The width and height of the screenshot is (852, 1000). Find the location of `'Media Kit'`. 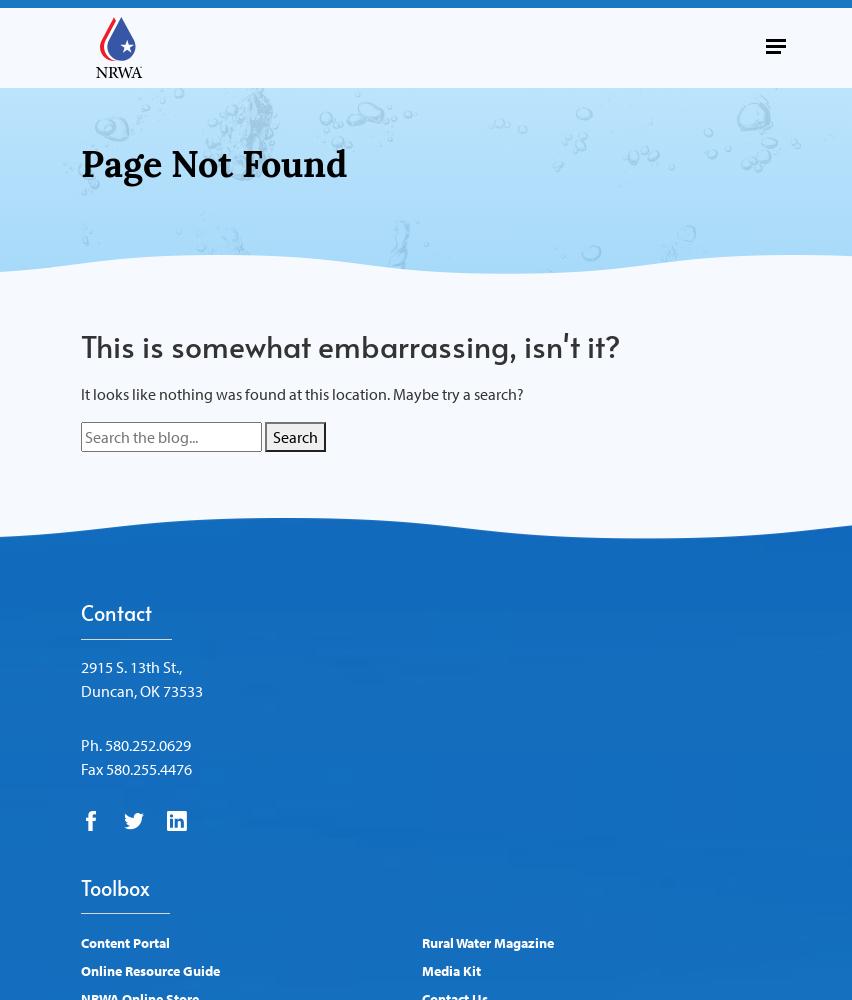

'Media Kit' is located at coordinates (450, 970).